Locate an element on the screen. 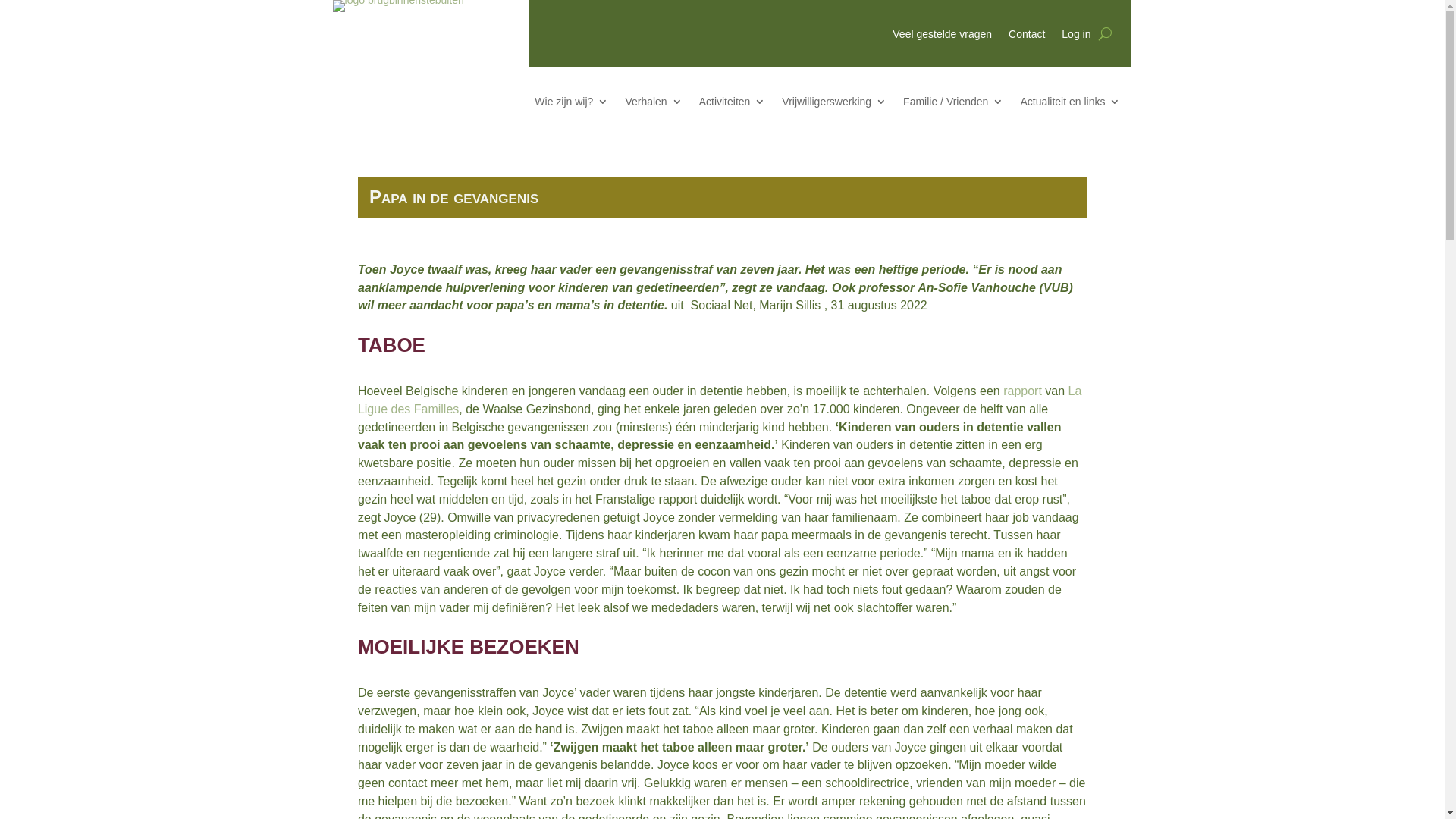  'Veel gestelde vragen' is located at coordinates (892, 36).